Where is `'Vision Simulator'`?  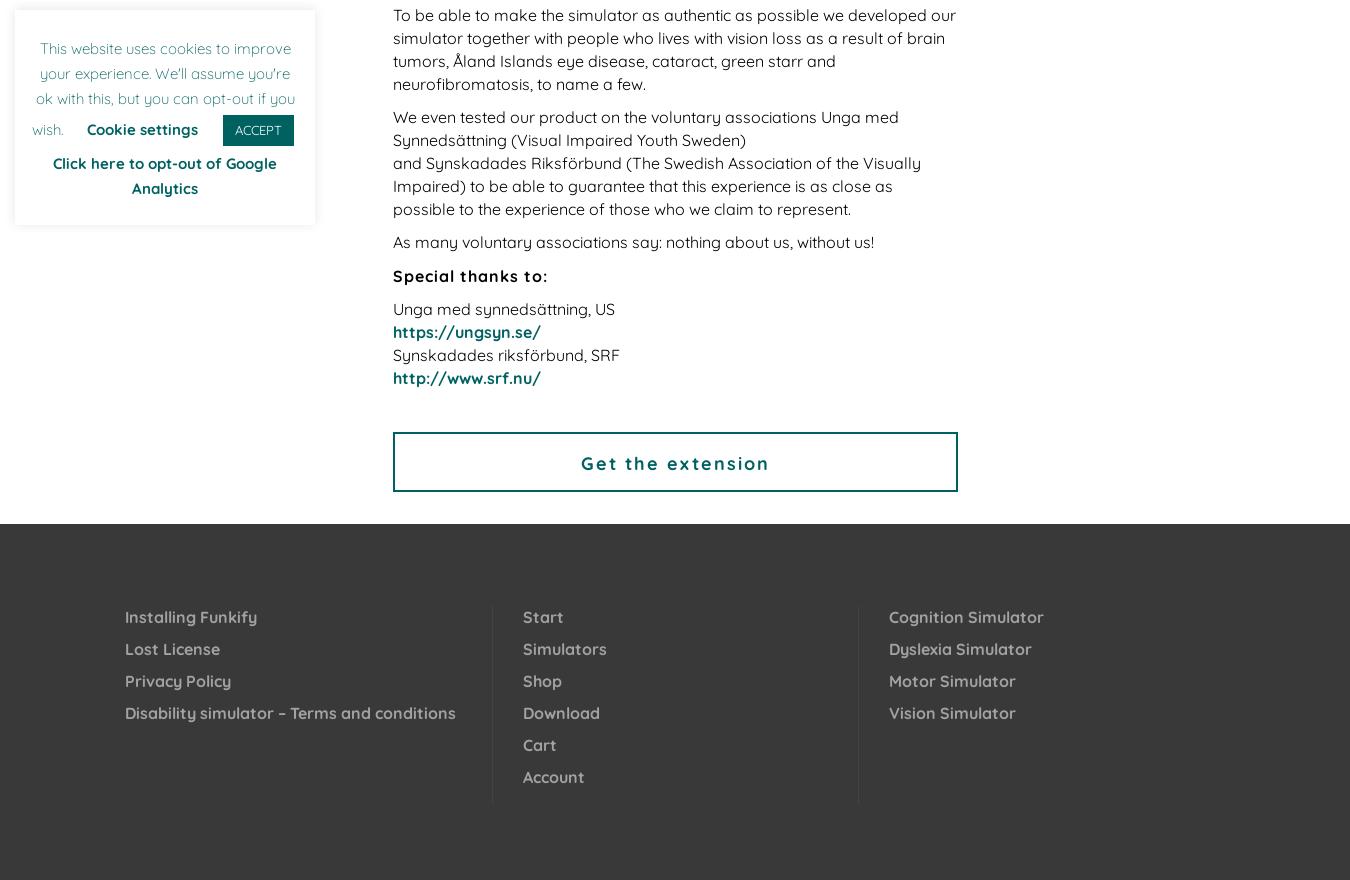 'Vision Simulator' is located at coordinates (951, 712).